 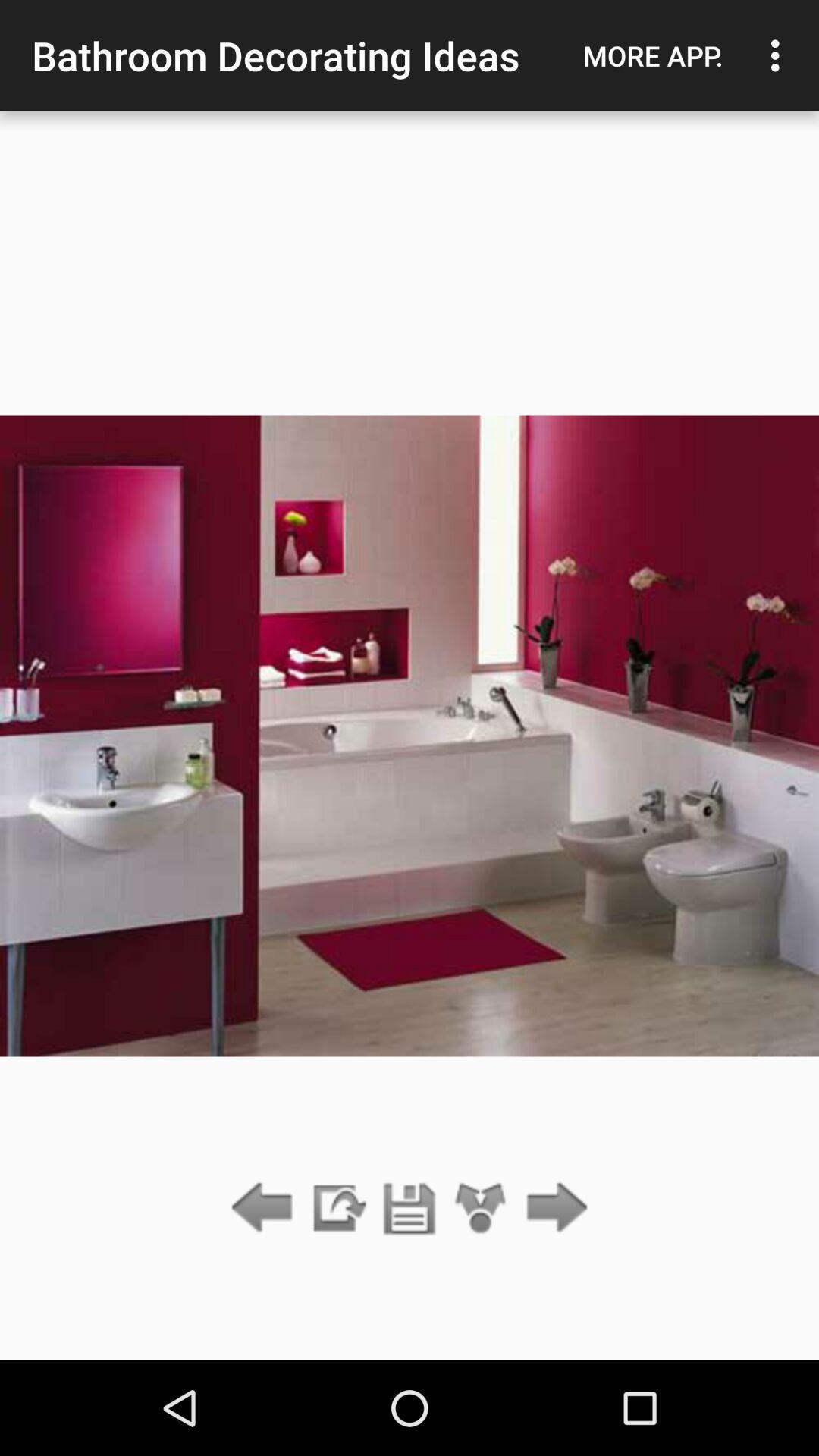 I want to click on the launch icon, so click(x=337, y=1208).